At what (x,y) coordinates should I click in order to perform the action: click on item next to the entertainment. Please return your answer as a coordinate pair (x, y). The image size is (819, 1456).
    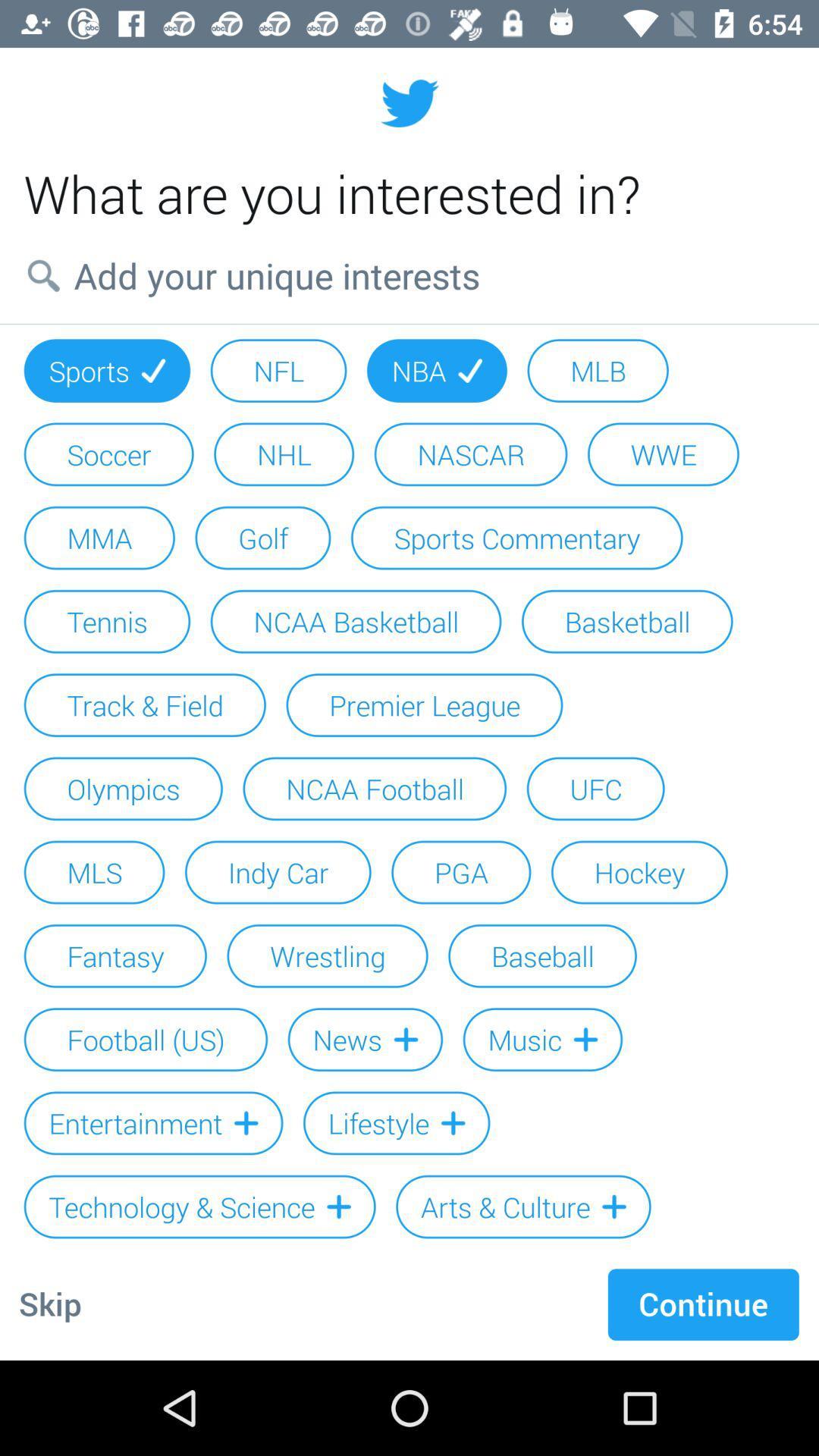
    Looking at the image, I should click on (396, 1123).